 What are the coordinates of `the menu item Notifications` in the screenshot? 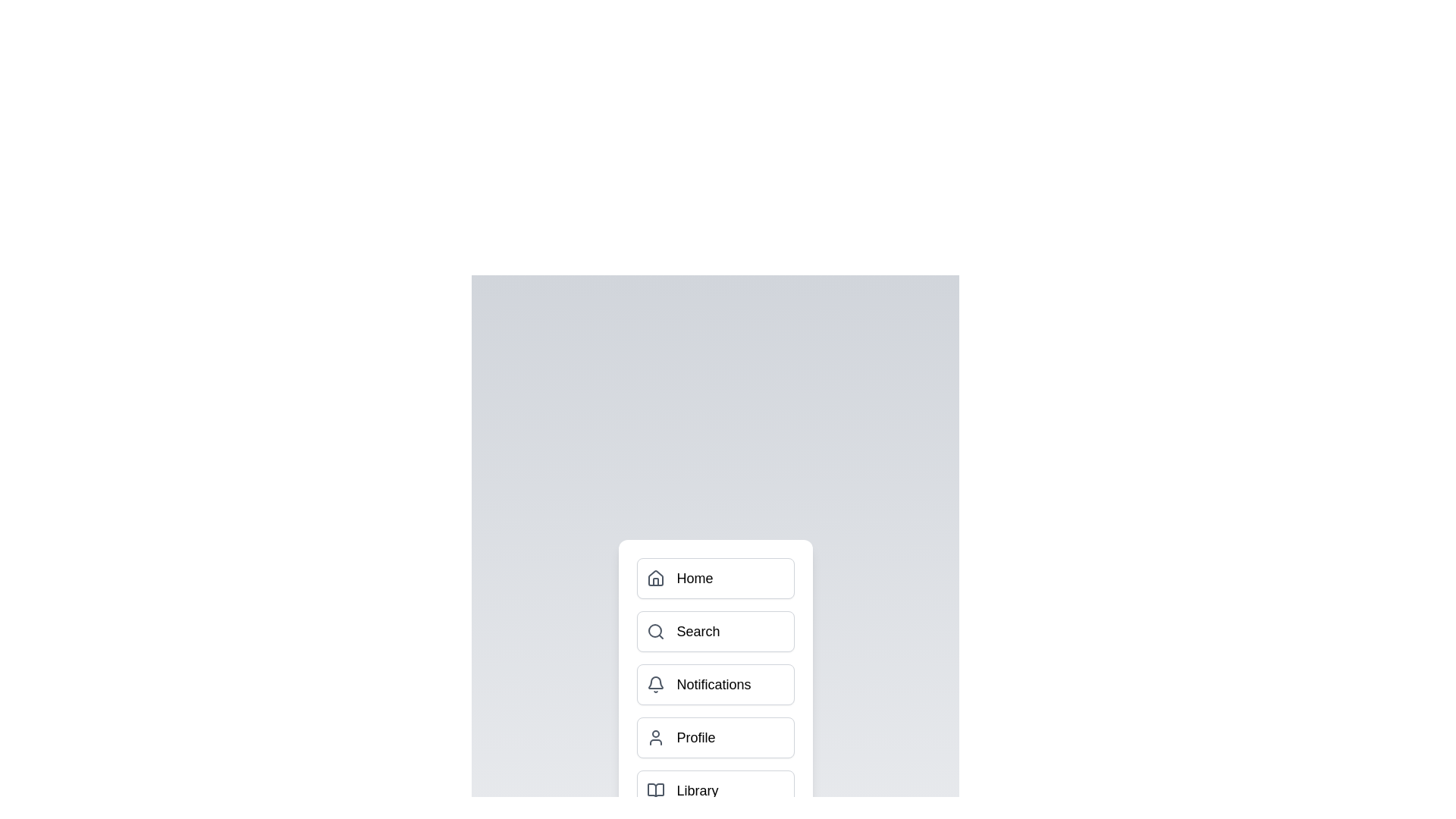 It's located at (714, 684).